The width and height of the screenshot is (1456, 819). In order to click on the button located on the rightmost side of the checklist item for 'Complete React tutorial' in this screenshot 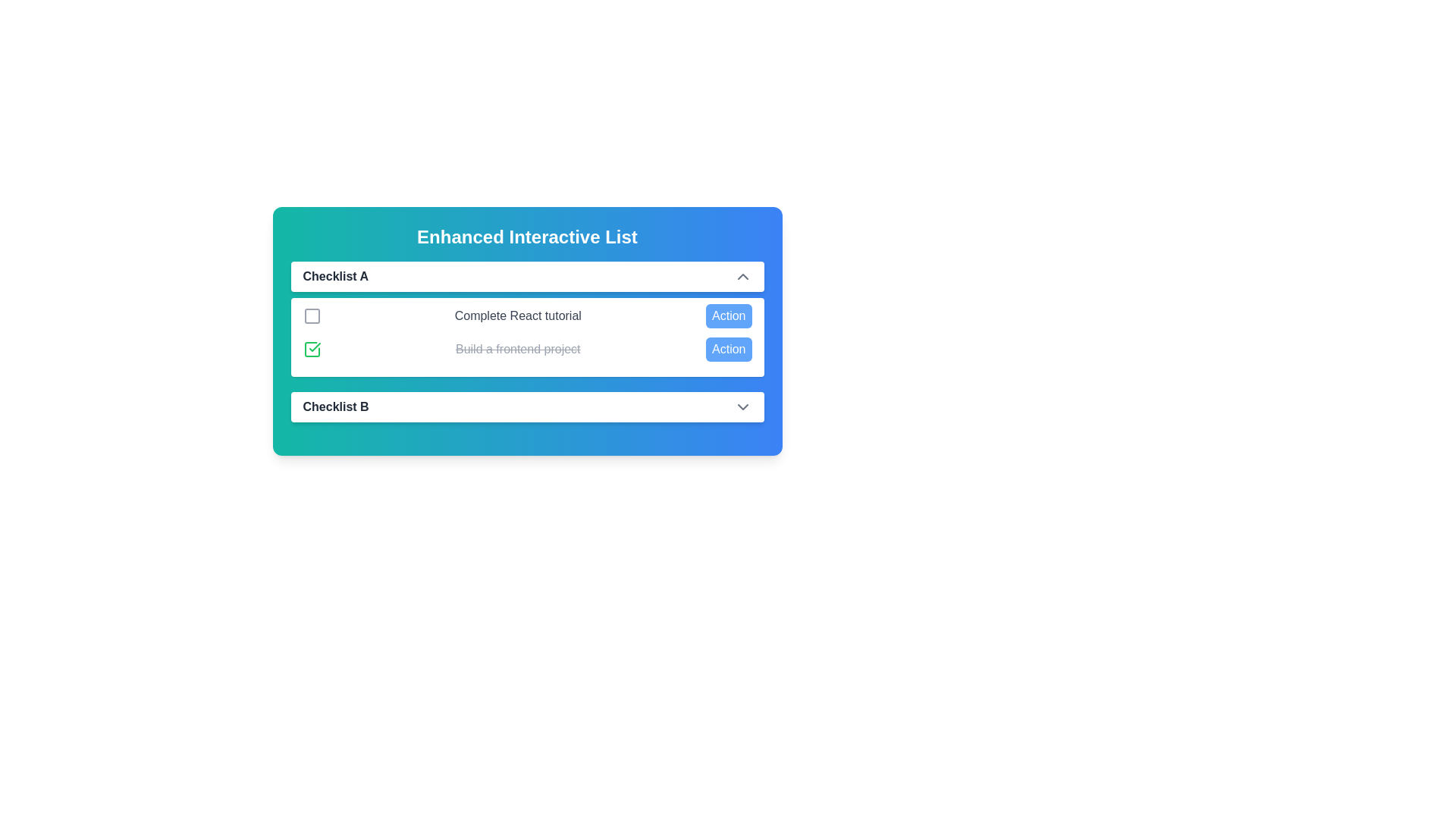, I will do `click(729, 315)`.